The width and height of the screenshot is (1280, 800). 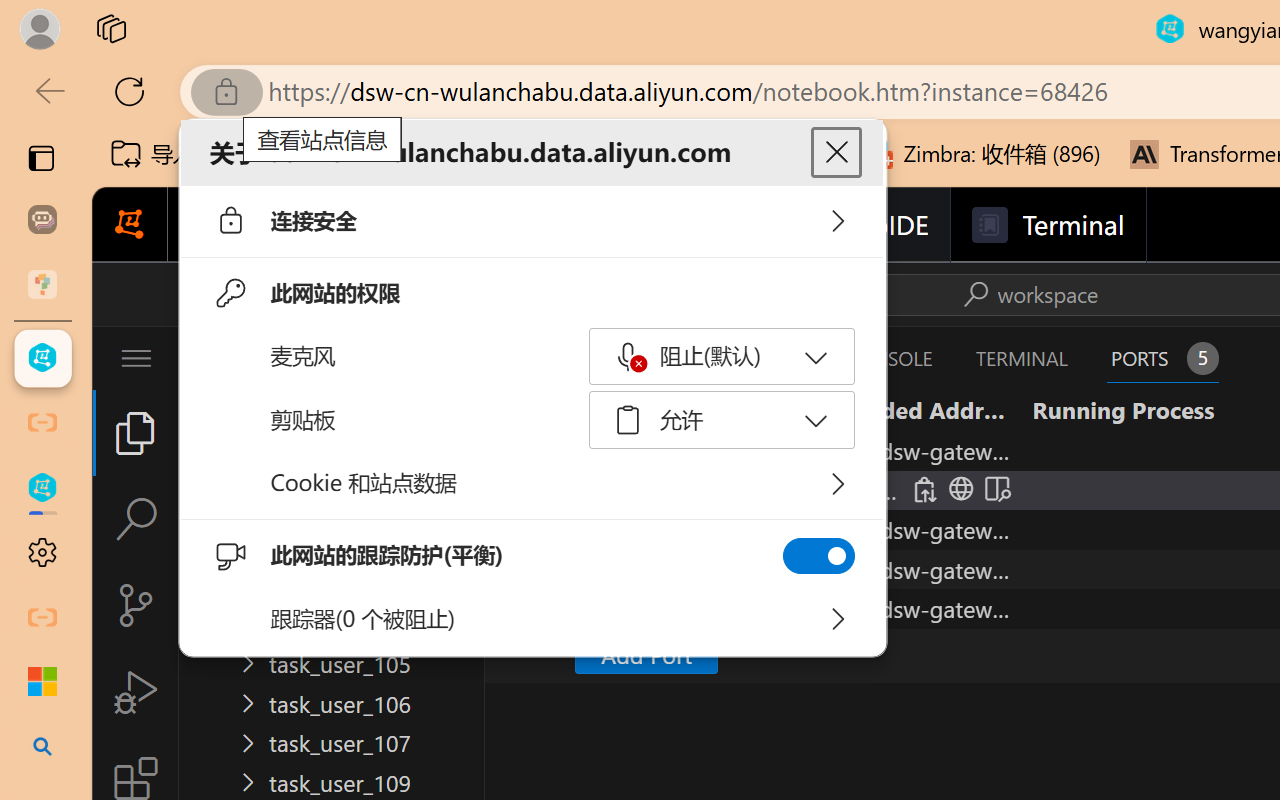 What do you see at coordinates (1021, 358) in the screenshot?
I see `'Terminal (Ctrl+`)'` at bounding box center [1021, 358].